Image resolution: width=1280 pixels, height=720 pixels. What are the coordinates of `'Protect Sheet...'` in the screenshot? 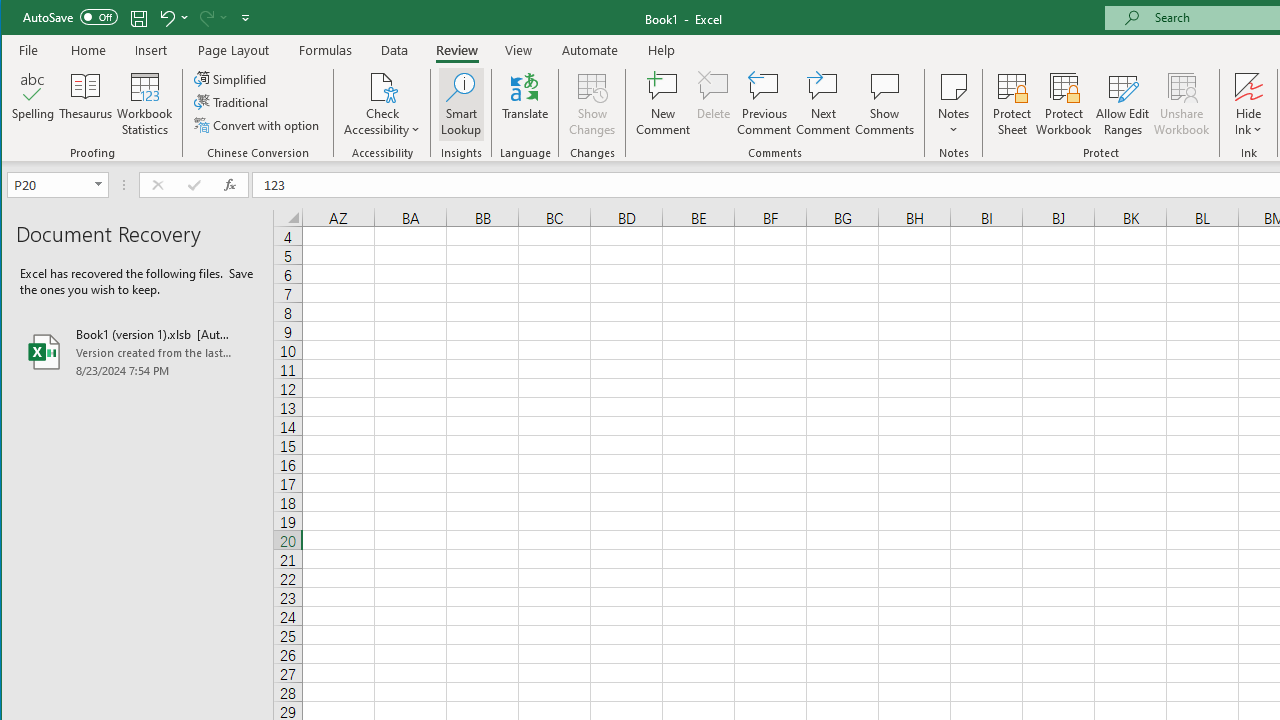 It's located at (1012, 104).